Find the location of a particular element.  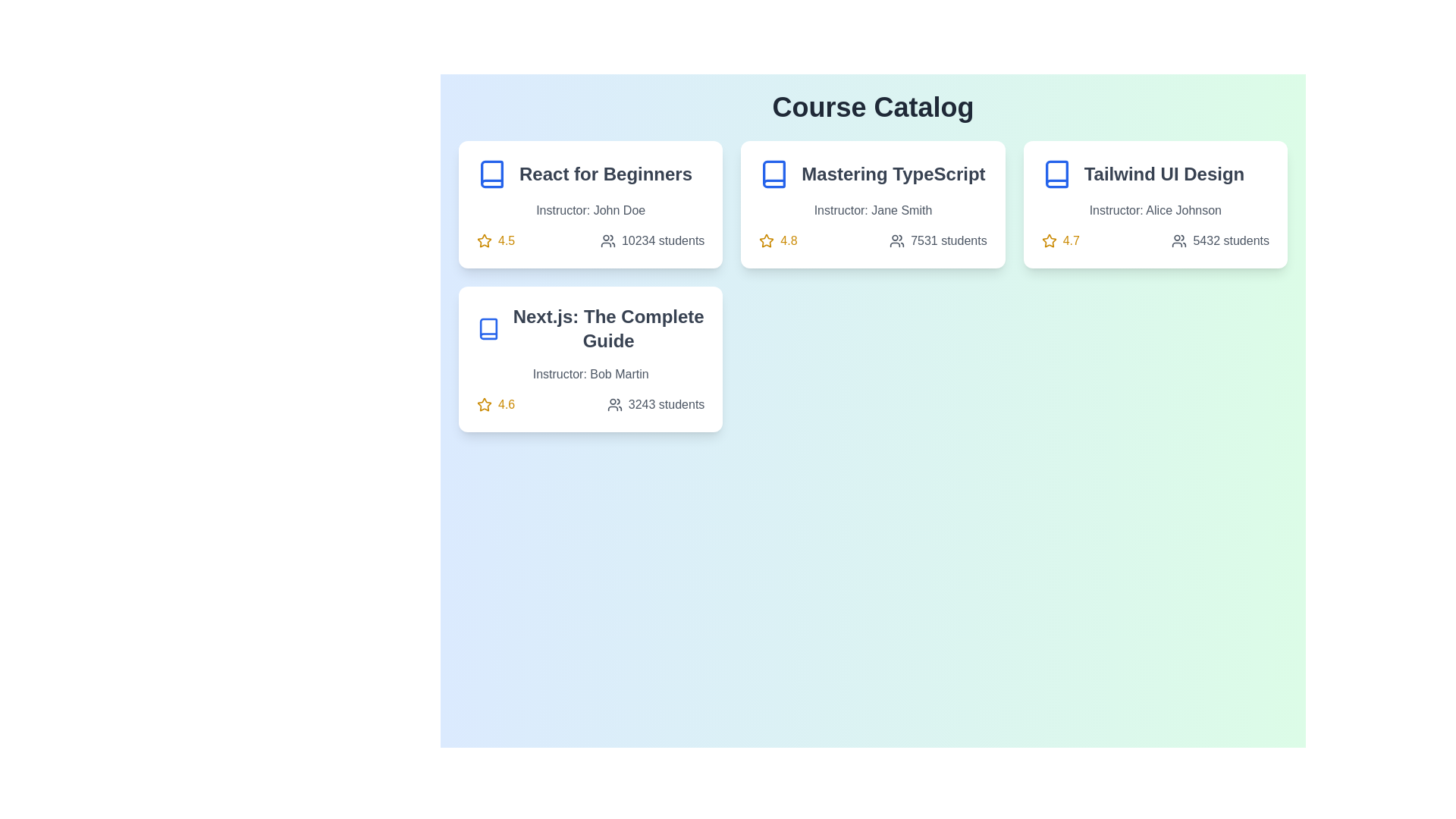

the 'Tailwind UI Design' text label which is styled with bold typography and aligned horizontally with a blue book icon on its left is located at coordinates (1154, 174).